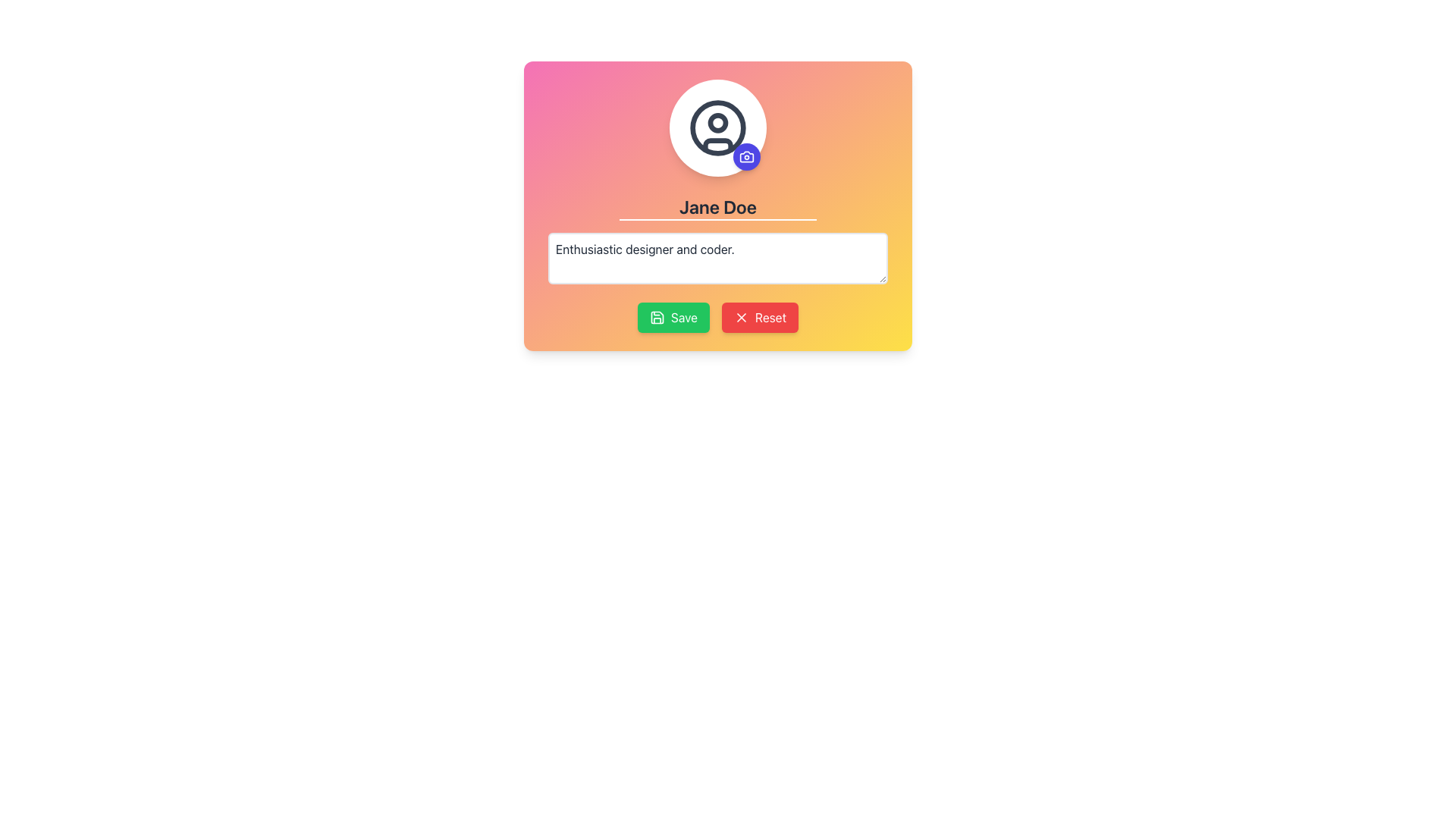 The image size is (1456, 819). What do you see at coordinates (760, 317) in the screenshot?
I see `the rectangular red 'Reset' button with white text and a white 'X' icon, located below a text input field and to the right of the green 'Save' button, to reset the form` at bounding box center [760, 317].